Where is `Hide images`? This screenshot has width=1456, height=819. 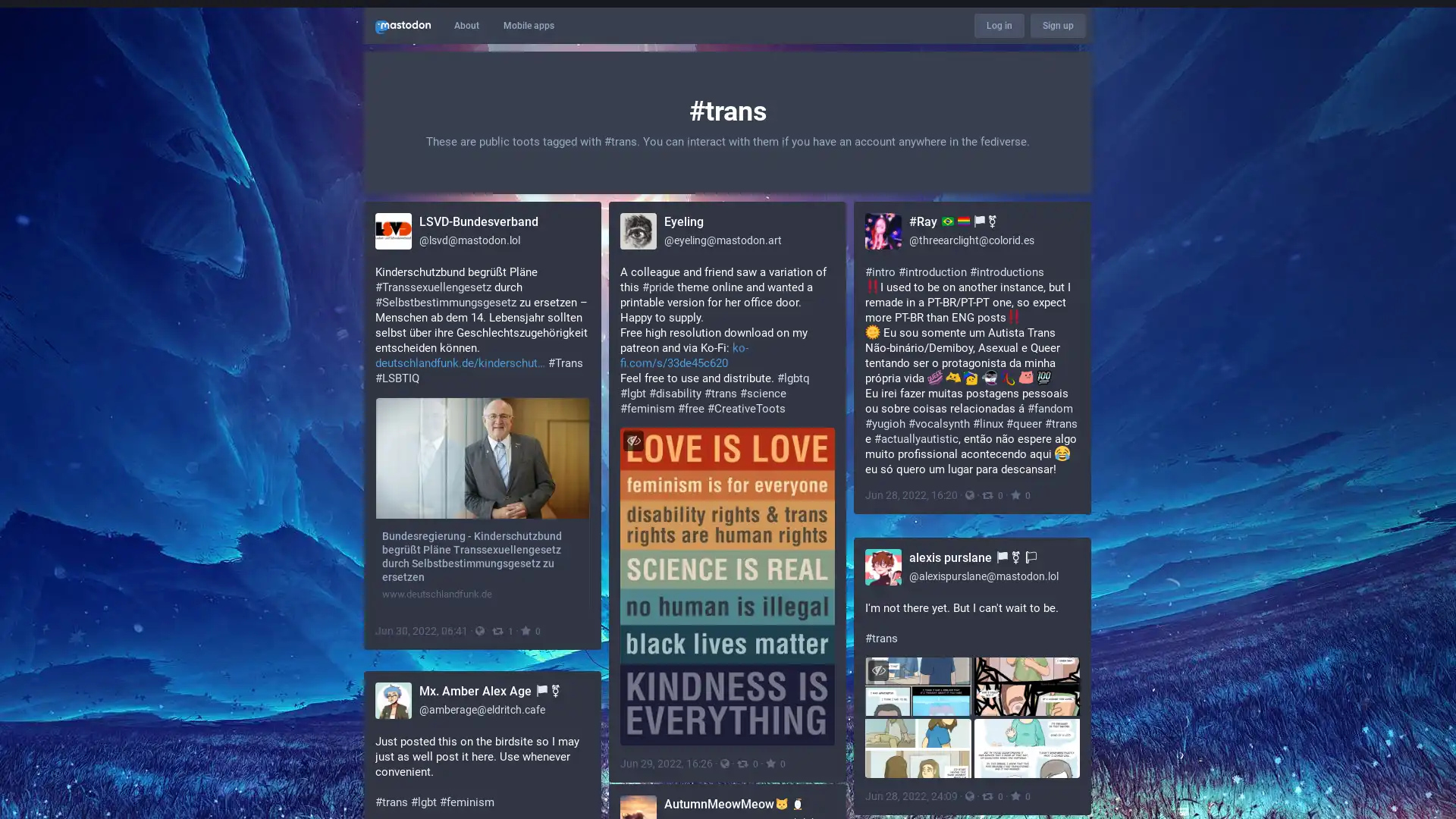
Hide images is located at coordinates (878, 669).